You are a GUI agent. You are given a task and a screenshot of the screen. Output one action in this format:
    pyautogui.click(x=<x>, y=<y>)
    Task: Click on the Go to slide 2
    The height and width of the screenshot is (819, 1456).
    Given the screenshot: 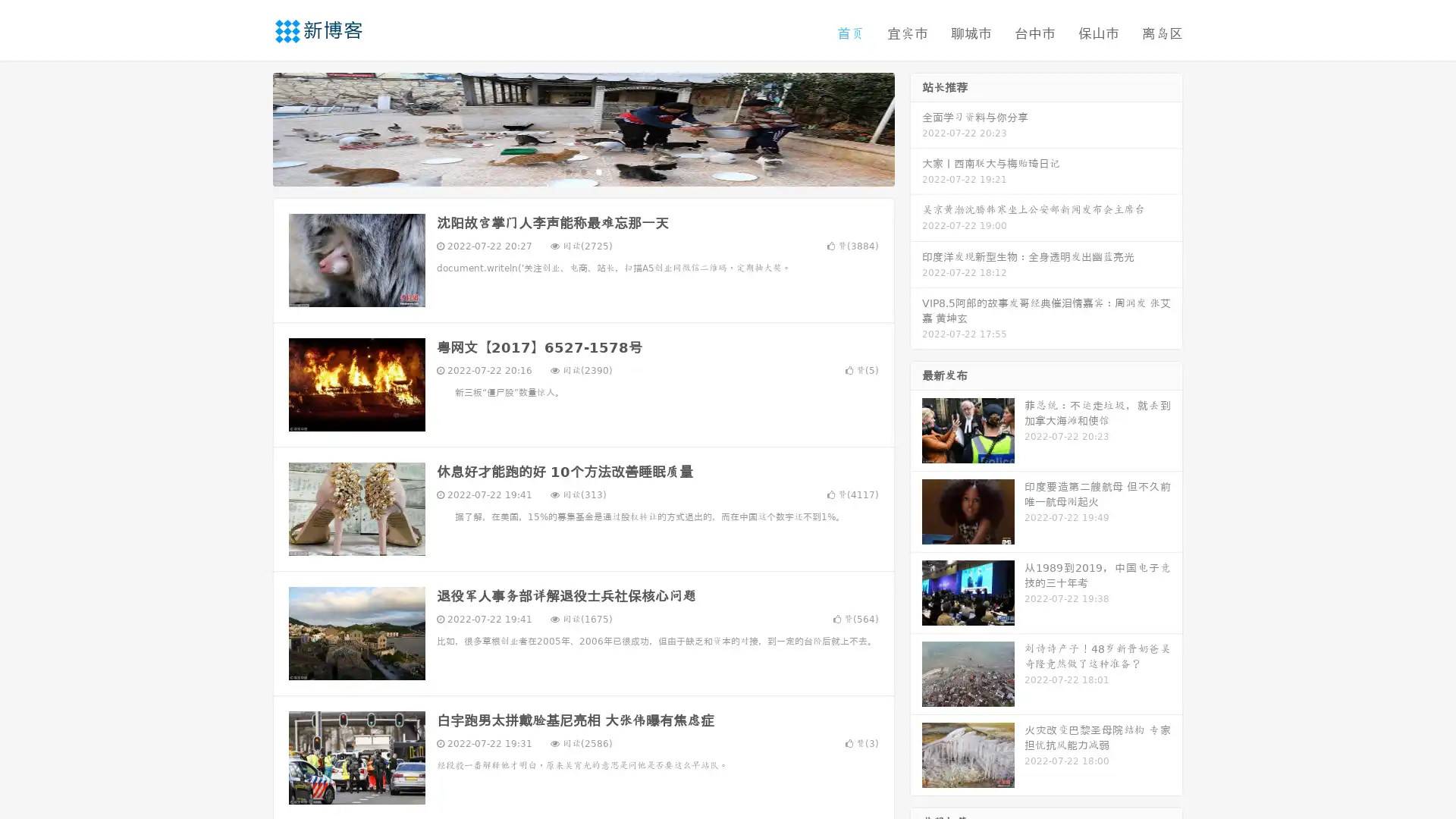 What is the action you would take?
    pyautogui.click(x=582, y=171)
    